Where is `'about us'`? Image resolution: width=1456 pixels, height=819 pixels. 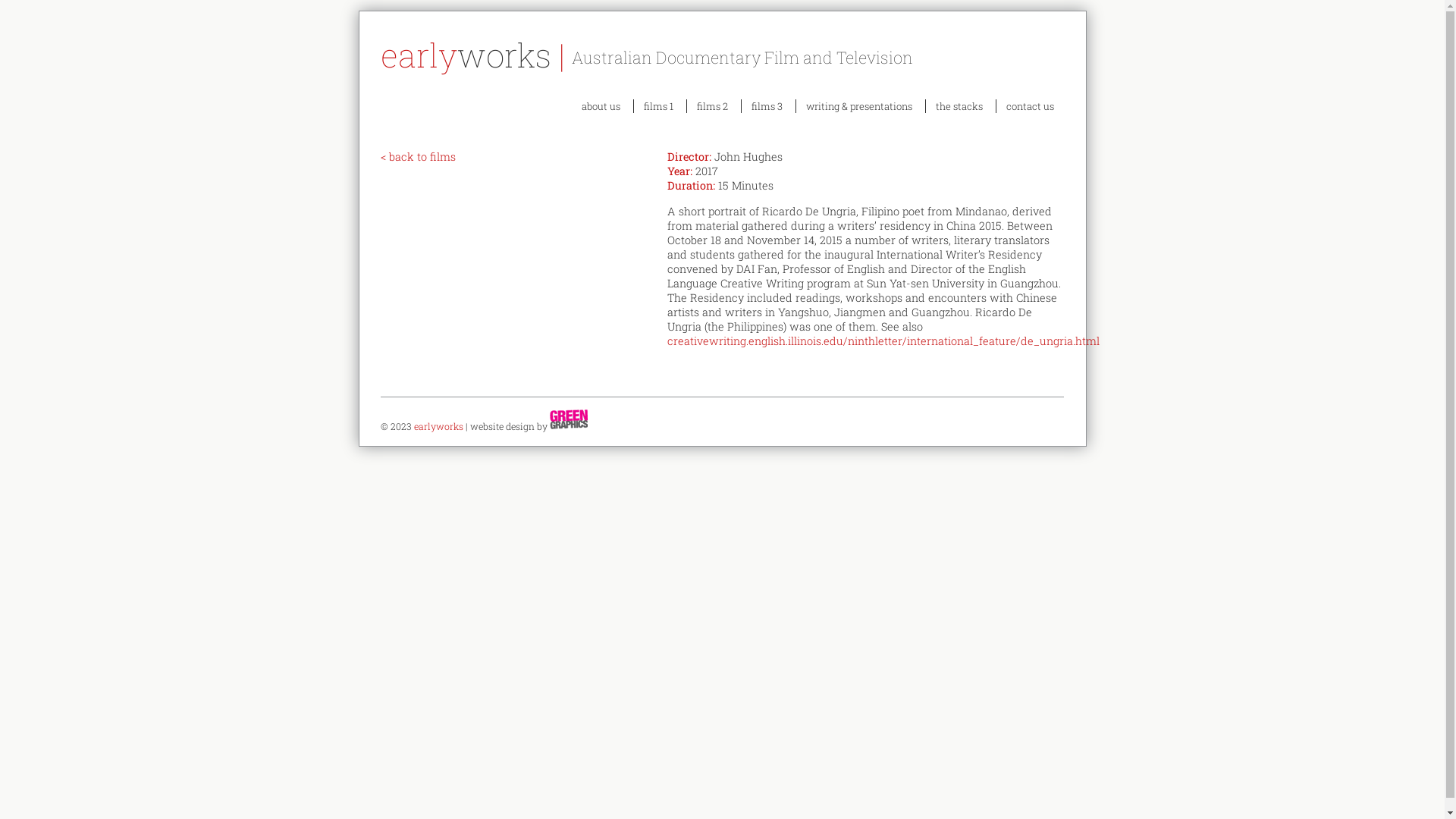 'about us' is located at coordinates (570, 105).